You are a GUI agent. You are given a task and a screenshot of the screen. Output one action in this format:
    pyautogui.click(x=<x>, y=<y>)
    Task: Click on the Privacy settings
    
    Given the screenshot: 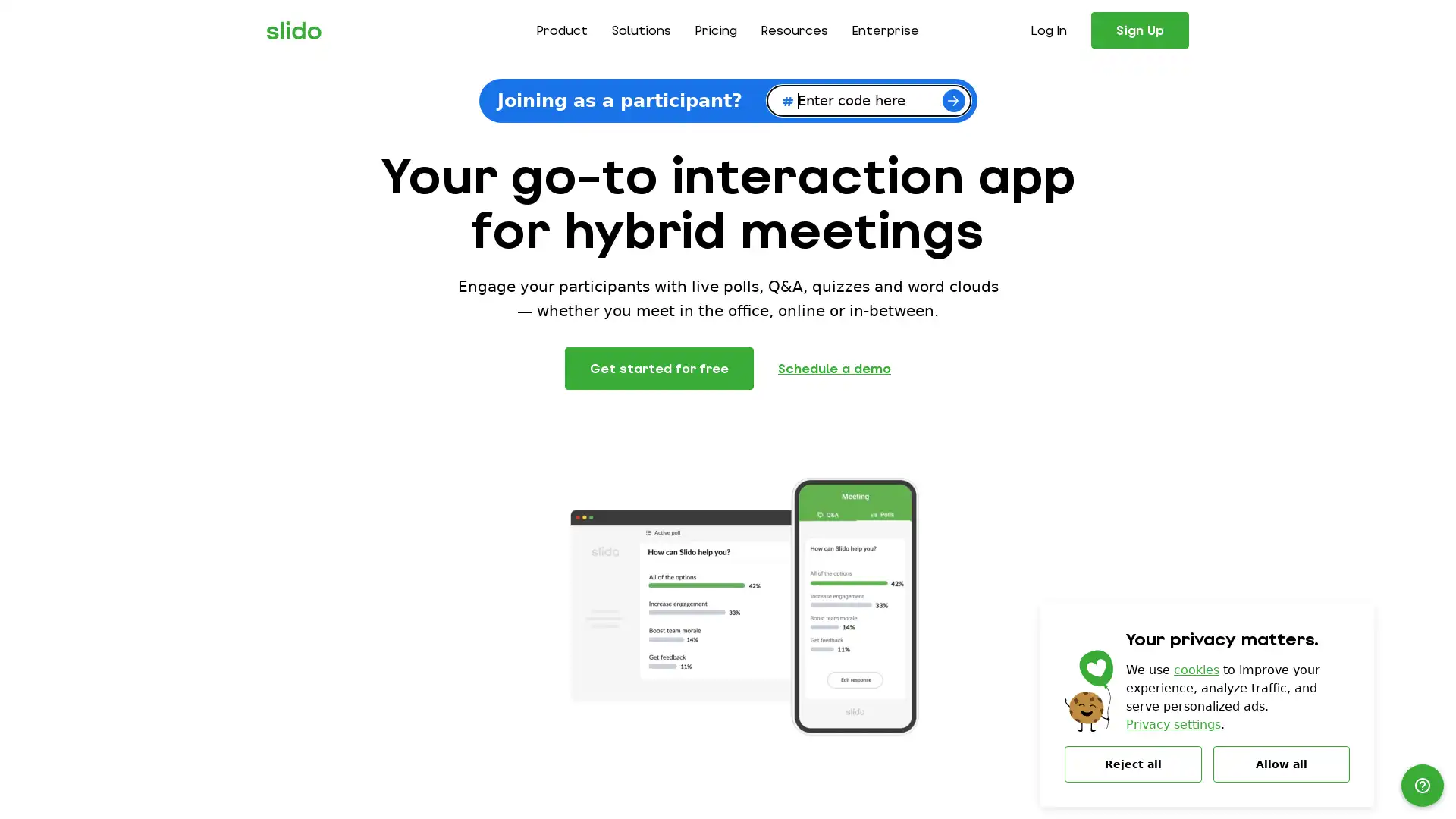 What is the action you would take?
    pyautogui.click(x=1172, y=723)
    